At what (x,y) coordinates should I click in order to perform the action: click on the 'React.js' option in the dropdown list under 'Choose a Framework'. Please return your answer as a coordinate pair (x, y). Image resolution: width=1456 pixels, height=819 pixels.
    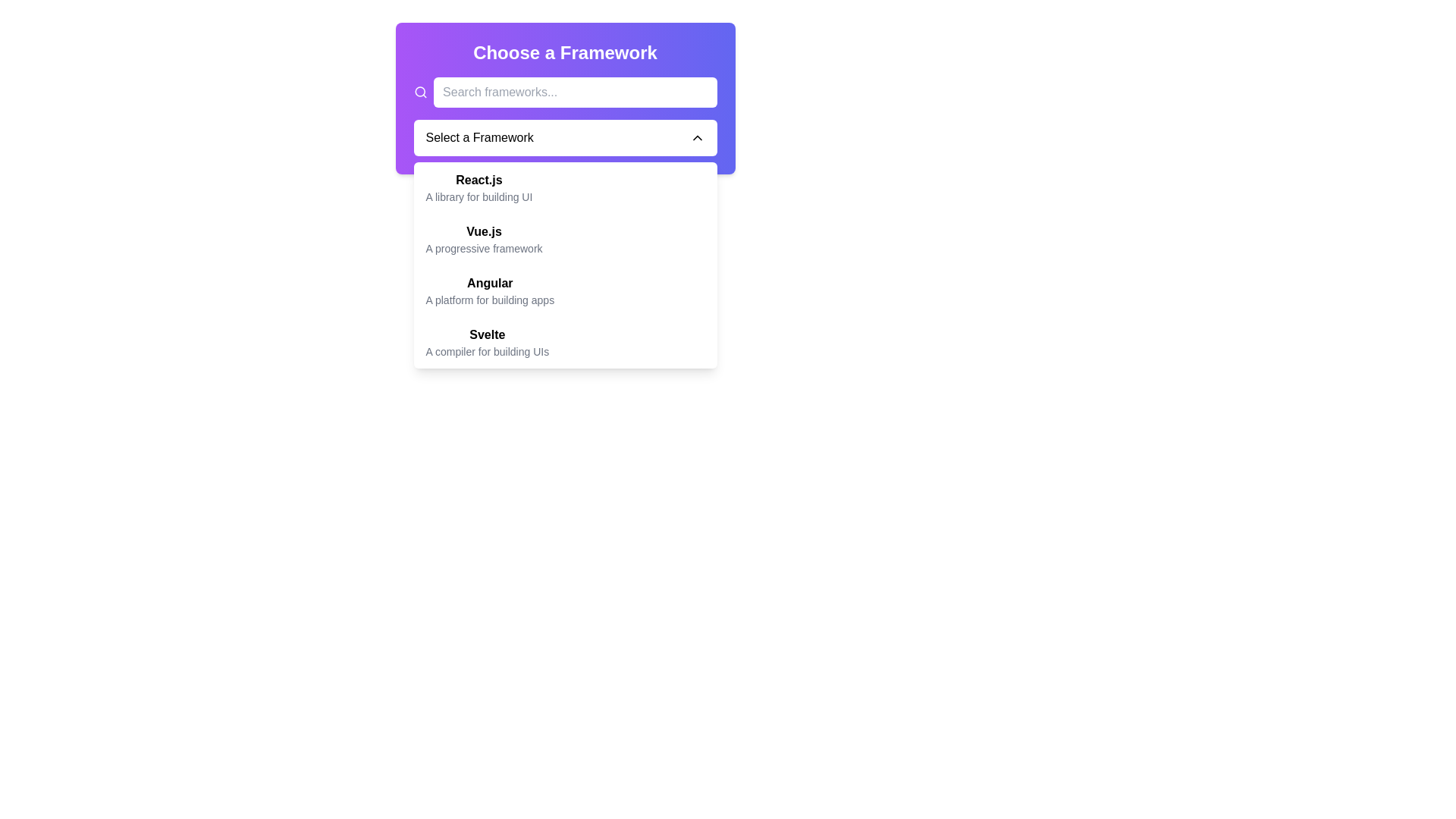
    Looking at the image, I should click on (478, 187).